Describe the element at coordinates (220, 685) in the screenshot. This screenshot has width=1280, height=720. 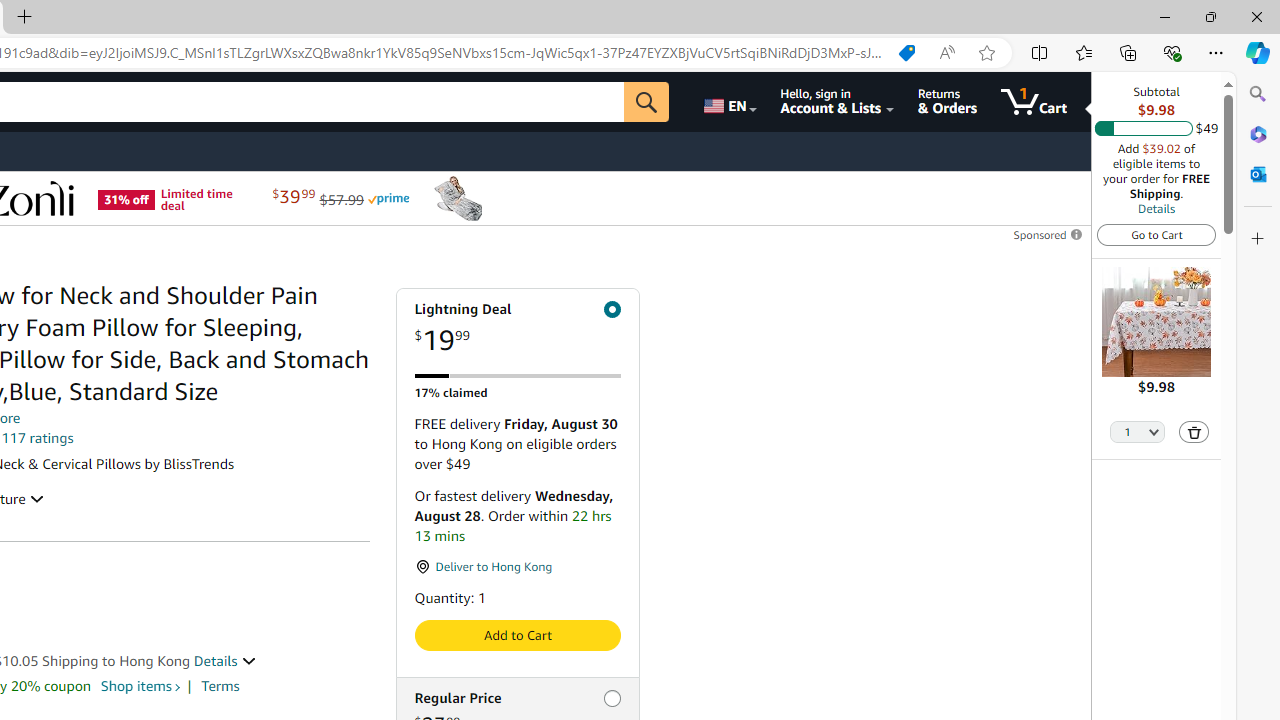
I see `'Terms'` at that location.